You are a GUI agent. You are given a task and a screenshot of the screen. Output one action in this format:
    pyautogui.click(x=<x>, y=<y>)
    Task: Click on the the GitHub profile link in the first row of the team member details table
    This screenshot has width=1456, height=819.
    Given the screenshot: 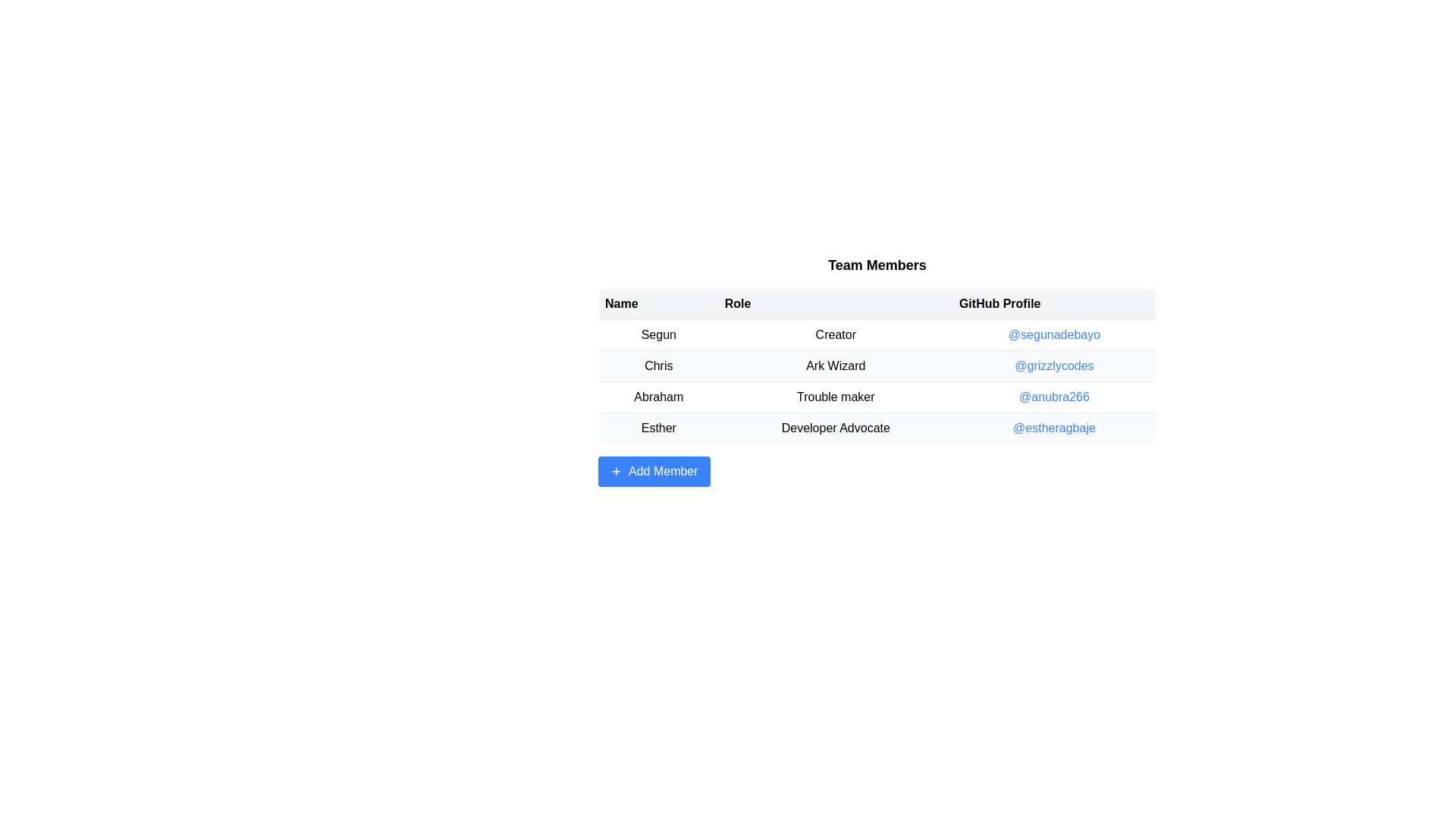 What is the action you would take?
    pyautogui.click(x=877, y=334)
    